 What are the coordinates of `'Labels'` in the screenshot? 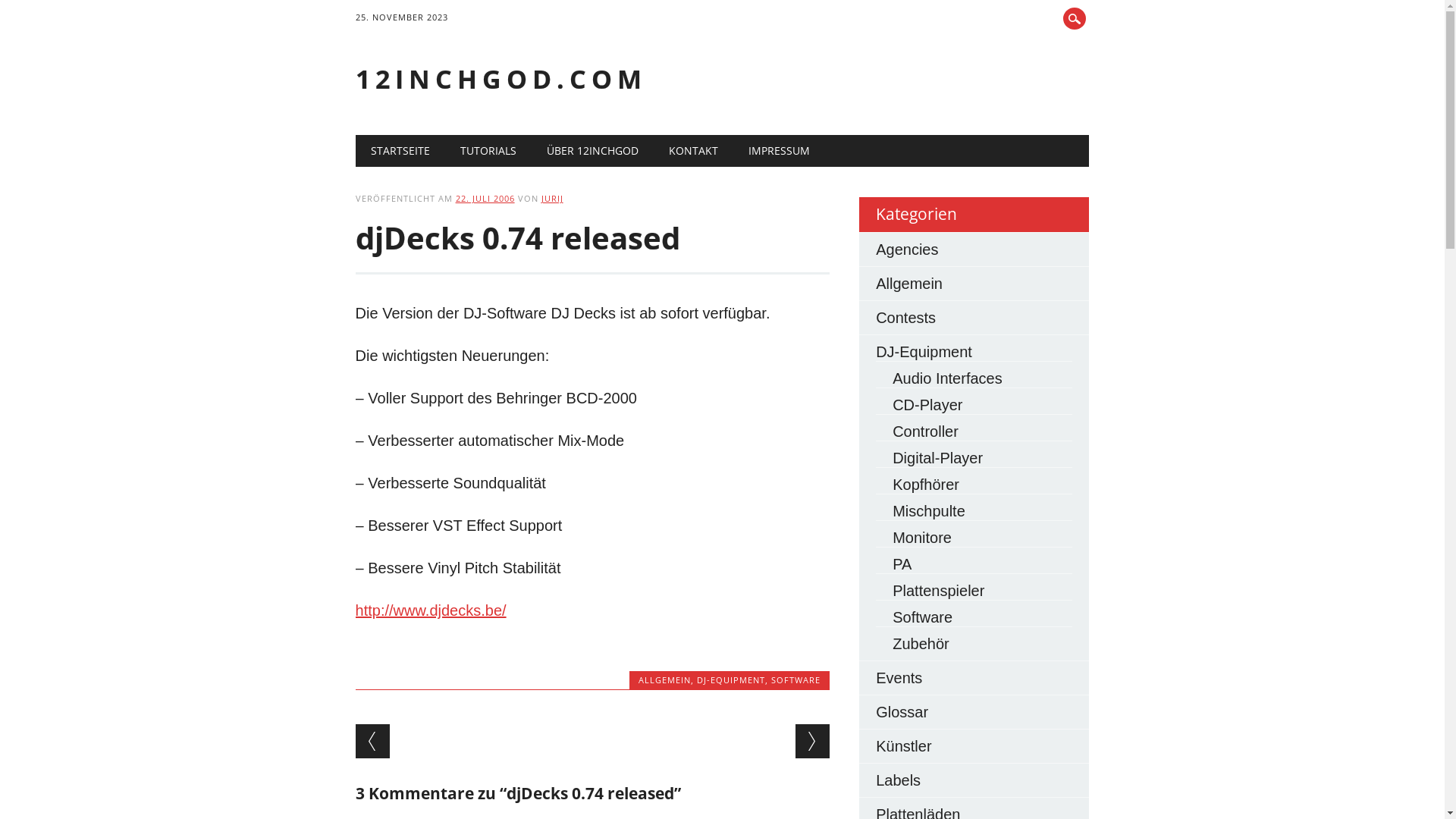 It's located at (898, 780).